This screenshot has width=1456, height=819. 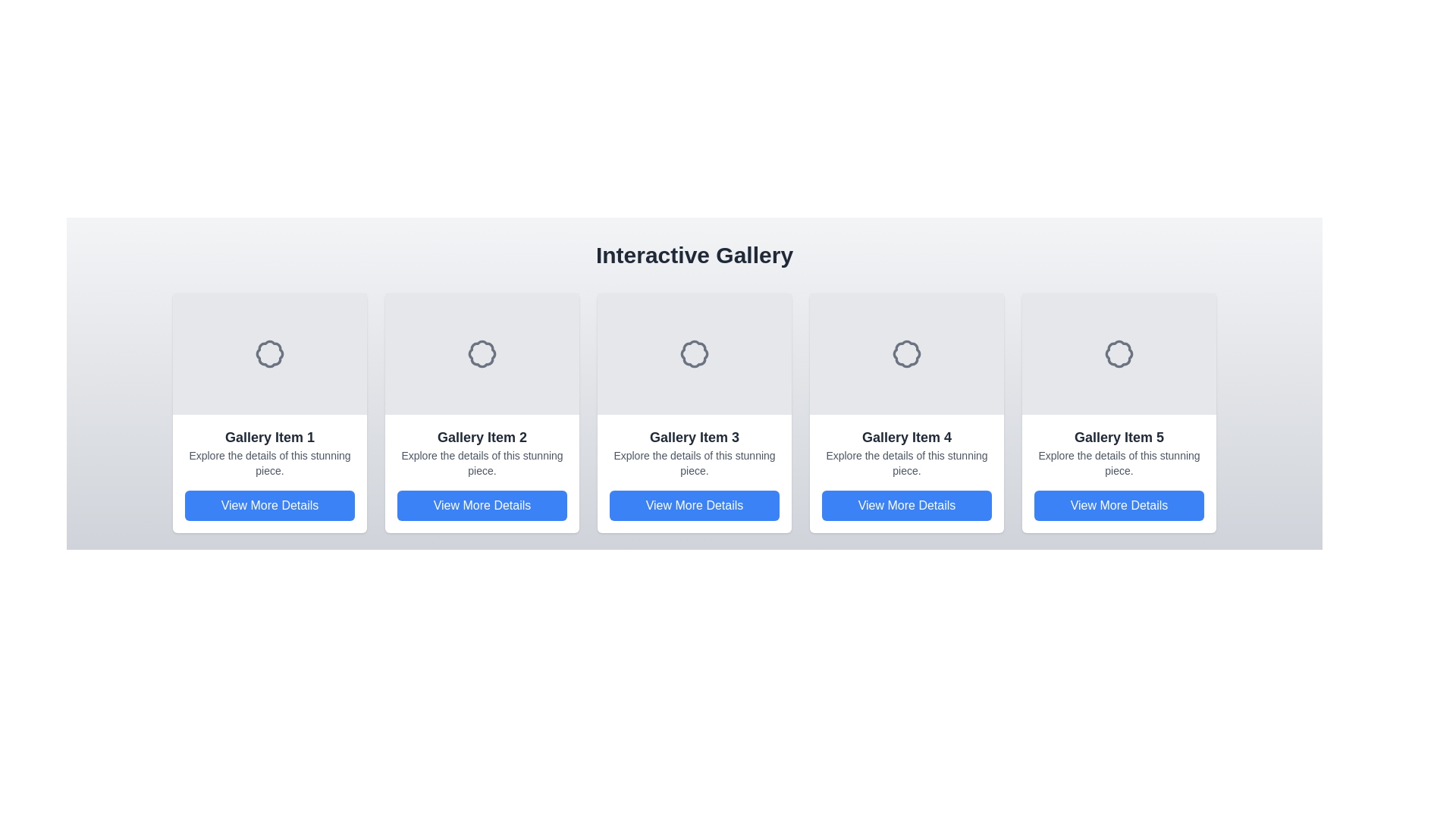 I want to click on the rectangular button labeled 'View More Details' with a blue background located in the bottom section of the card 'Gallery Item 5', so click(x=1119, y=506).